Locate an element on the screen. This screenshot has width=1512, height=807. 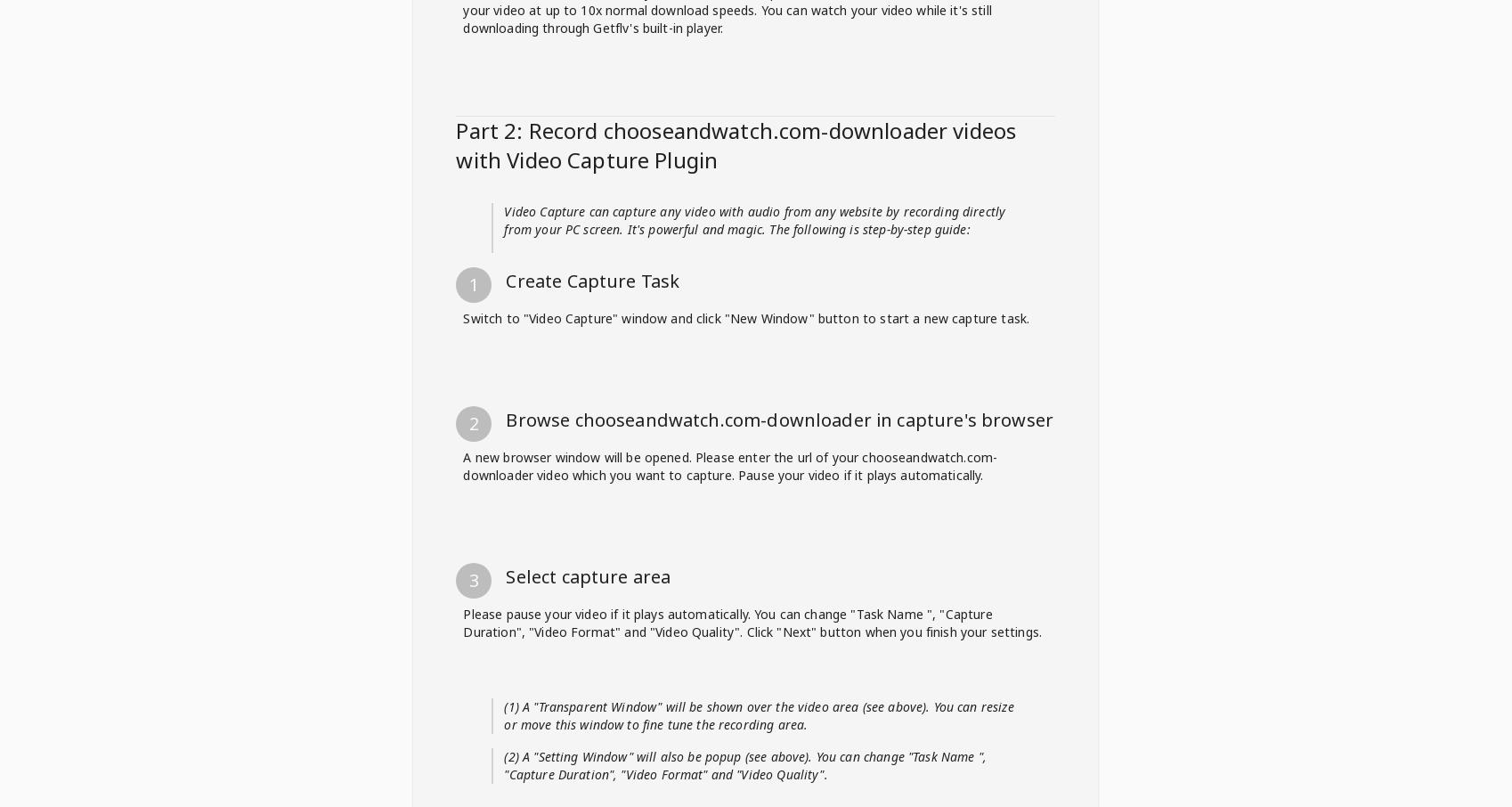
'In "FLV Downloader" window, you can monitor the process of the download. Getflv can download your video at up to 10x normal download speeds. You can watch your video while it's still downloading through Getflv's built-in player.' is located at coordinates (753, 522).